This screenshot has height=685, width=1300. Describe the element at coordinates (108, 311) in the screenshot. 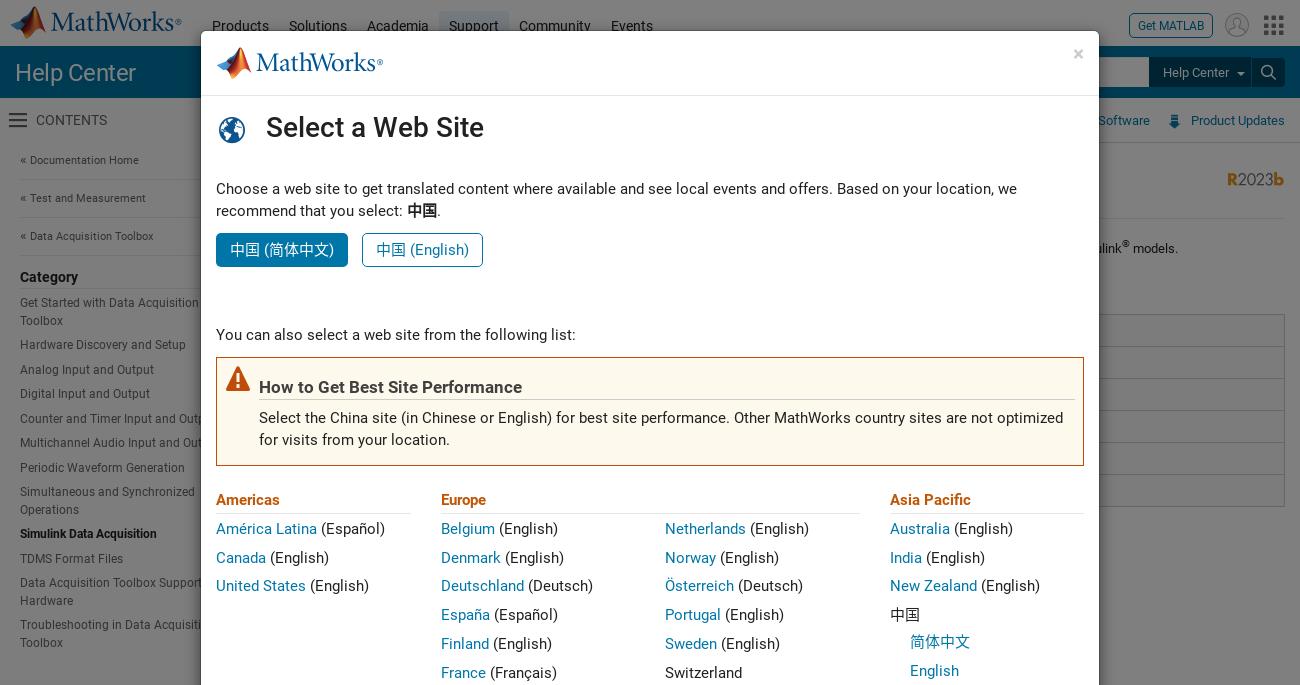

I see `'Get Started with Data Acquisition Toolbox'` at that location.